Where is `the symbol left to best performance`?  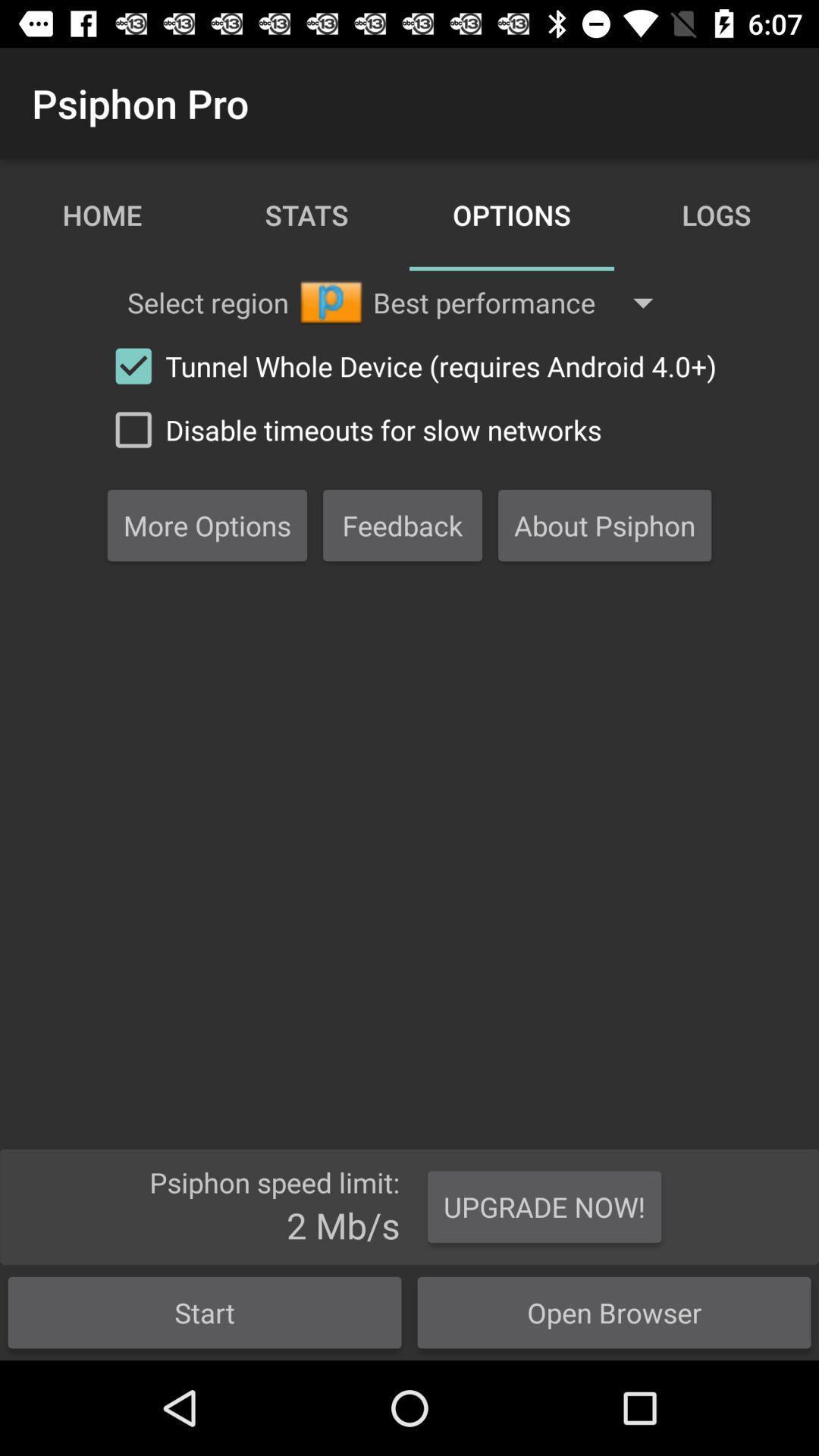 the symbol left to best performance is located at coordinates (330, 302).